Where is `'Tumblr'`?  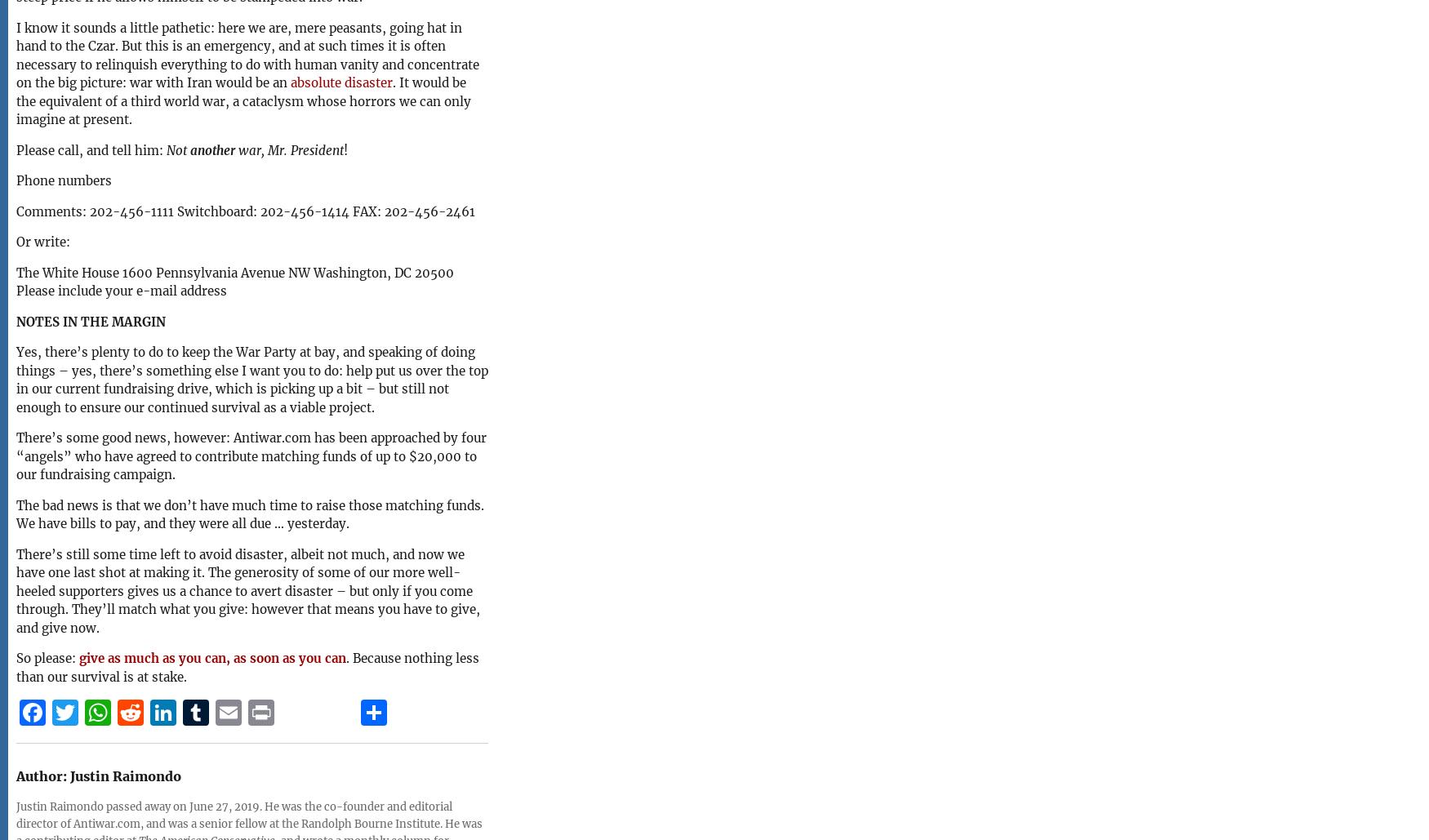
'Tumblr' is located at coordinates (208, 765).